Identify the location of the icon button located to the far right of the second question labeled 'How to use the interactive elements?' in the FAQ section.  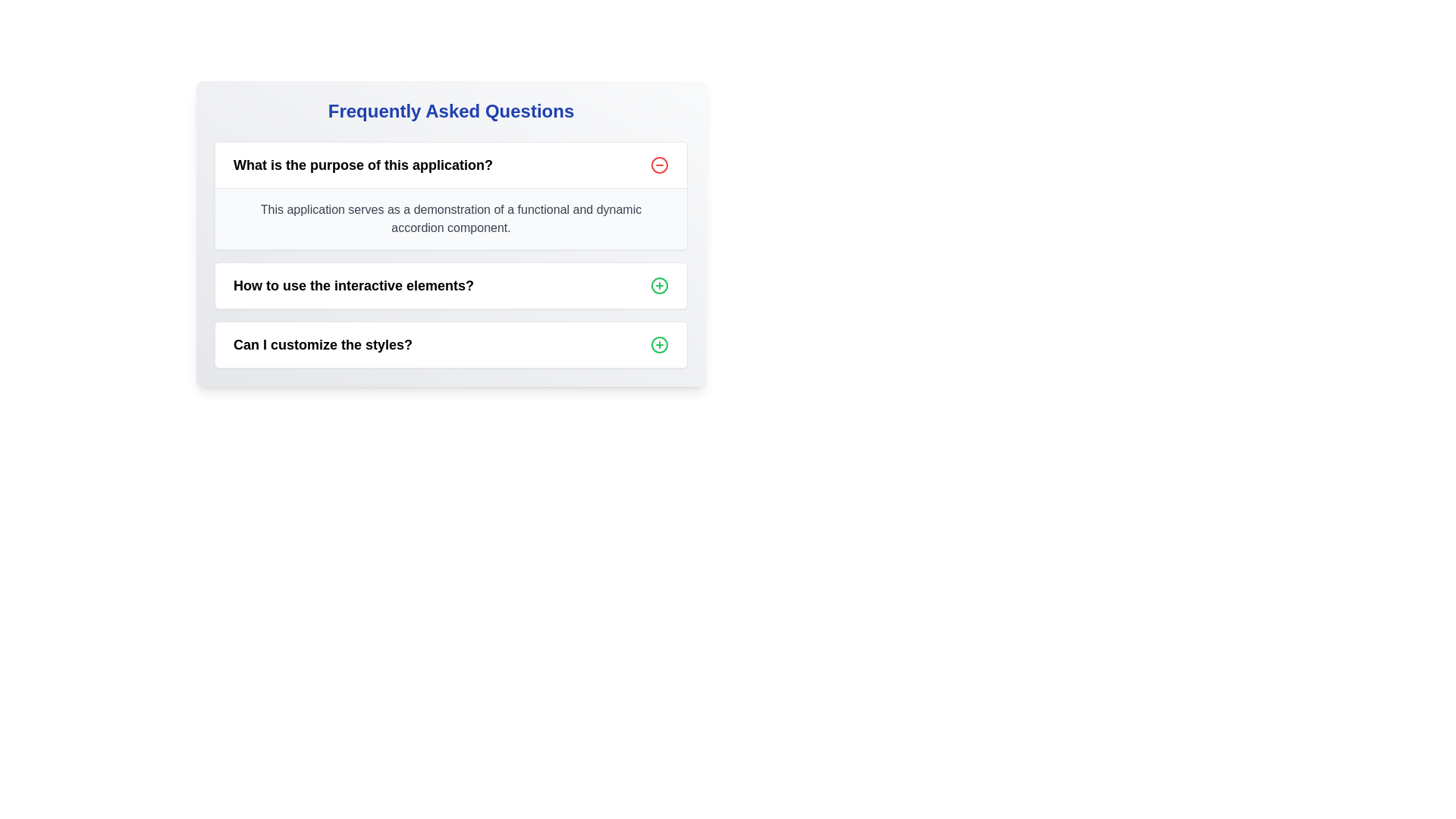
(659, 286).